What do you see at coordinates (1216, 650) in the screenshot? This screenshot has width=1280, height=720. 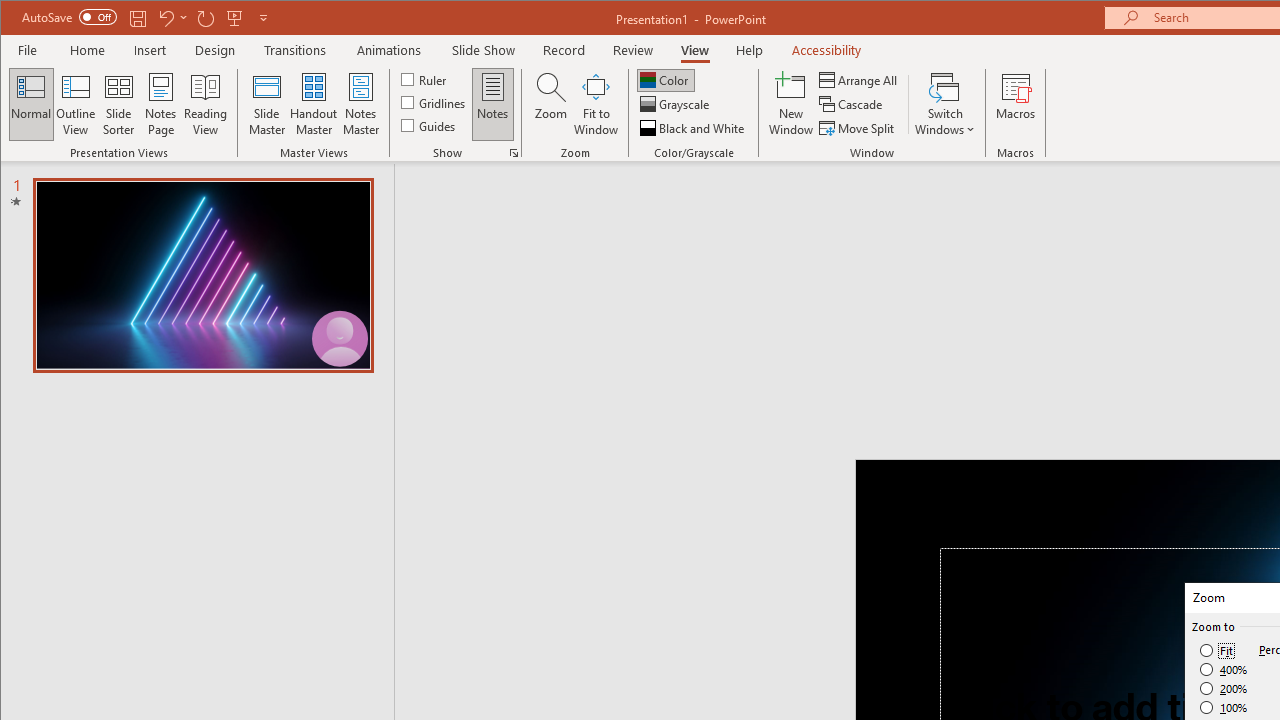 I see `'Fit'` at bounding box center [1216, 650].